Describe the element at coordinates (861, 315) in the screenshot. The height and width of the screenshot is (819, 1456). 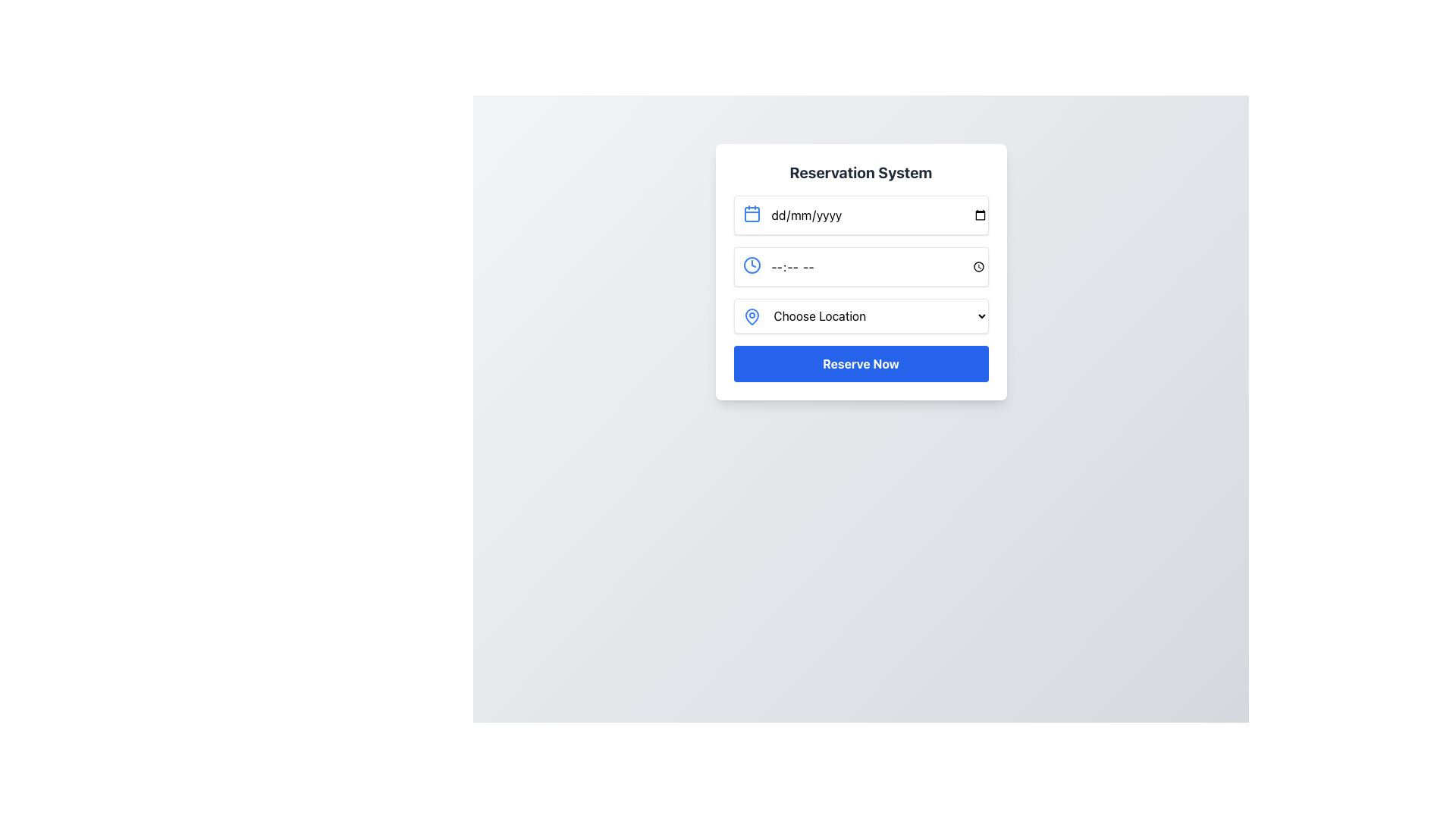
I see `the dropdown menu labeled 'Choose Location'` at that location.